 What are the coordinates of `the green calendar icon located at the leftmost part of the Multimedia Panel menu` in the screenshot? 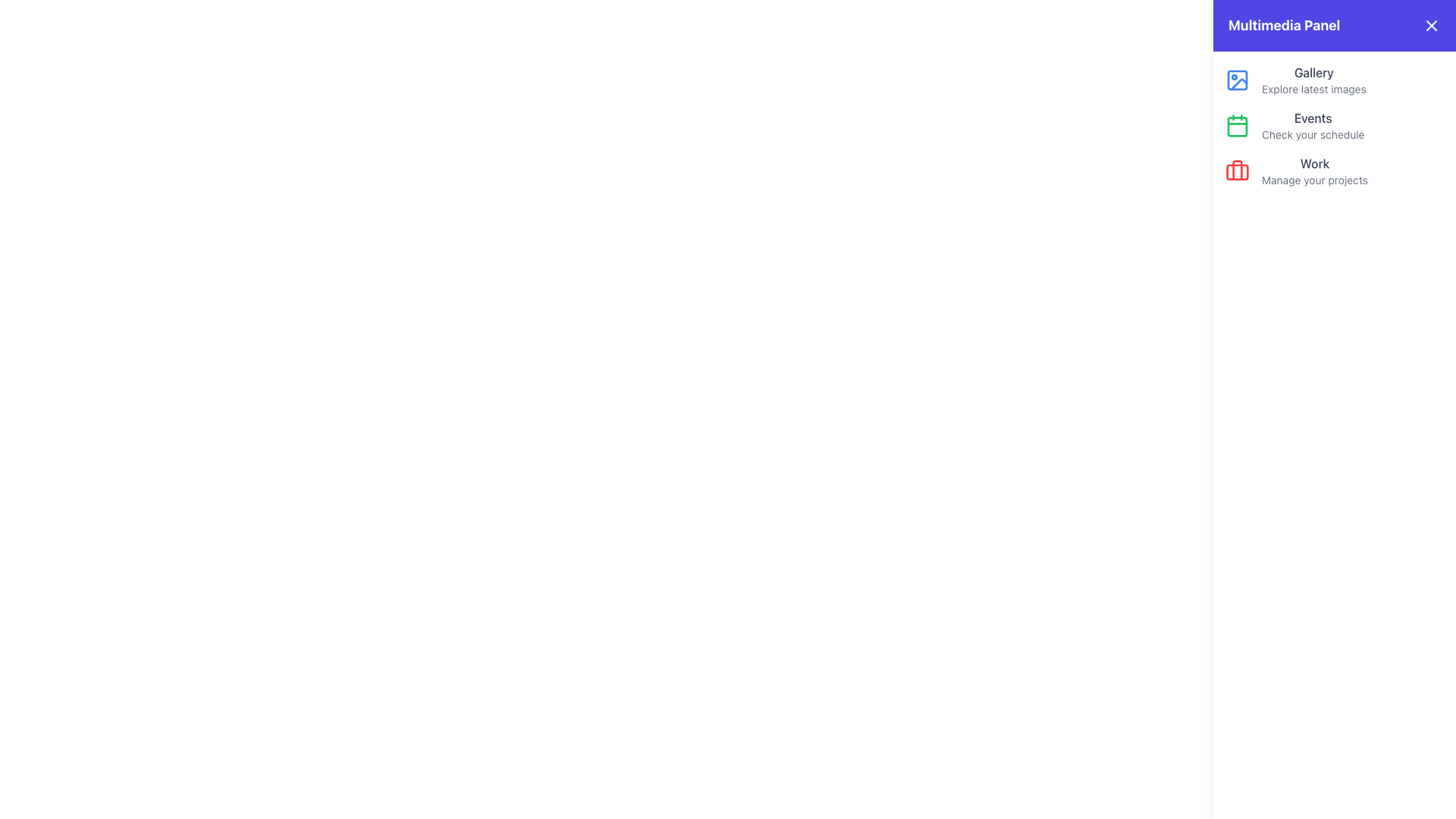 It's located at (1238, 124).